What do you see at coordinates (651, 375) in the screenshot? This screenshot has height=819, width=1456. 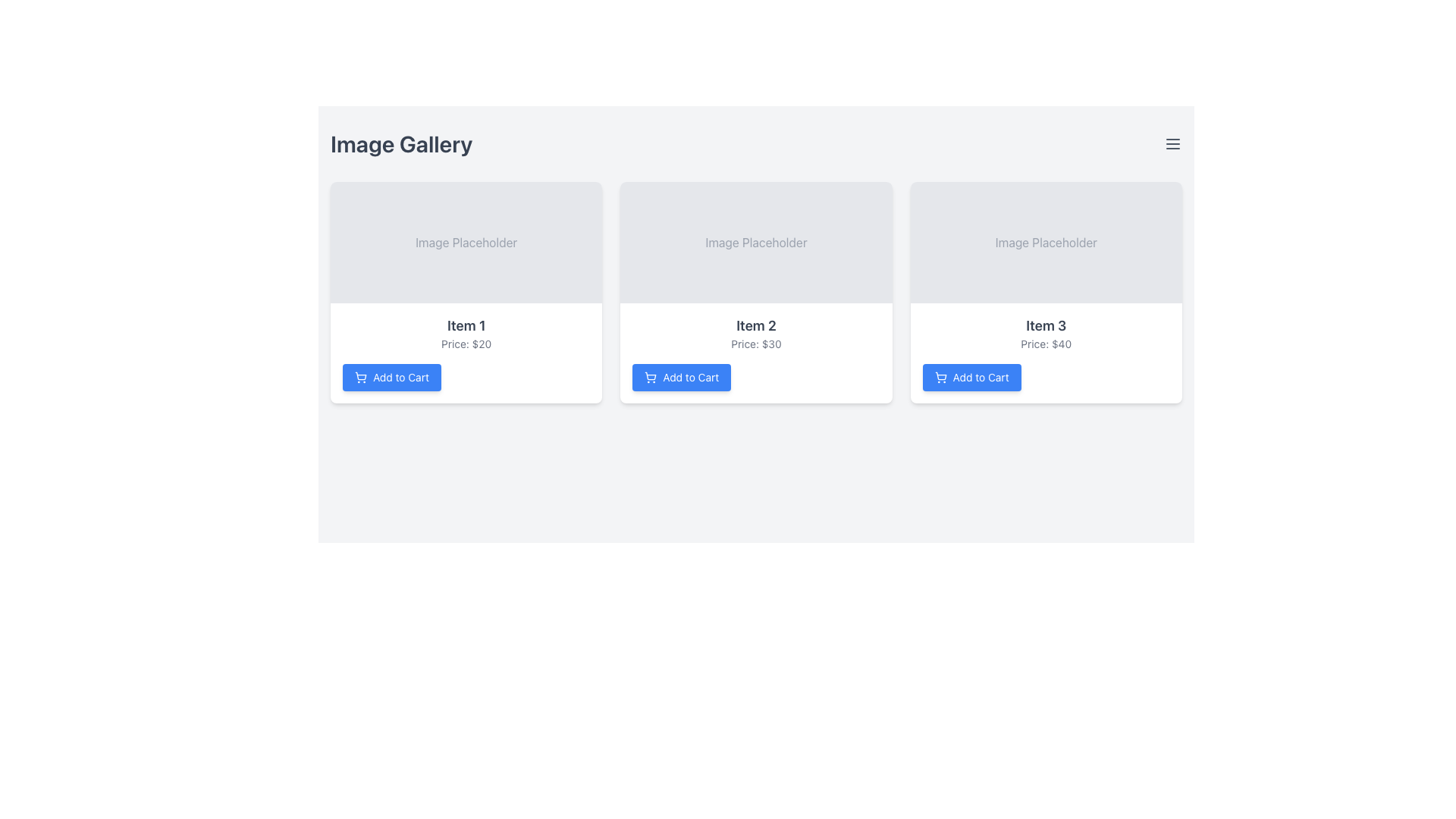 I see `the cart icon located within the 'Add to Cart' button for 'Item 2' to visually represent adding the item to the shopping cart` at bounding box center [651, 375].